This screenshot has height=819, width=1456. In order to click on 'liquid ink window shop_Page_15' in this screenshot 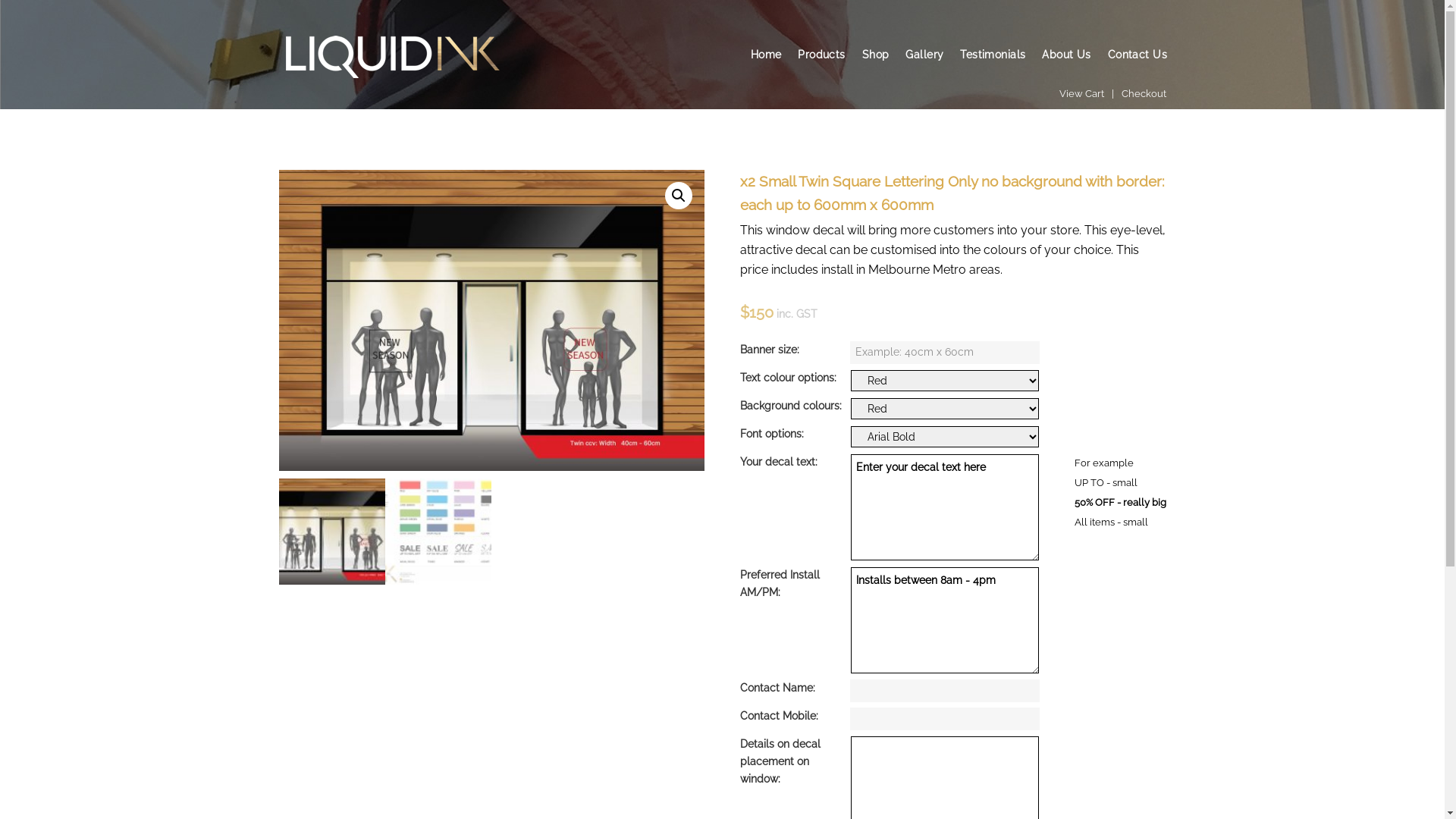, I will do `click(491, 319)`.